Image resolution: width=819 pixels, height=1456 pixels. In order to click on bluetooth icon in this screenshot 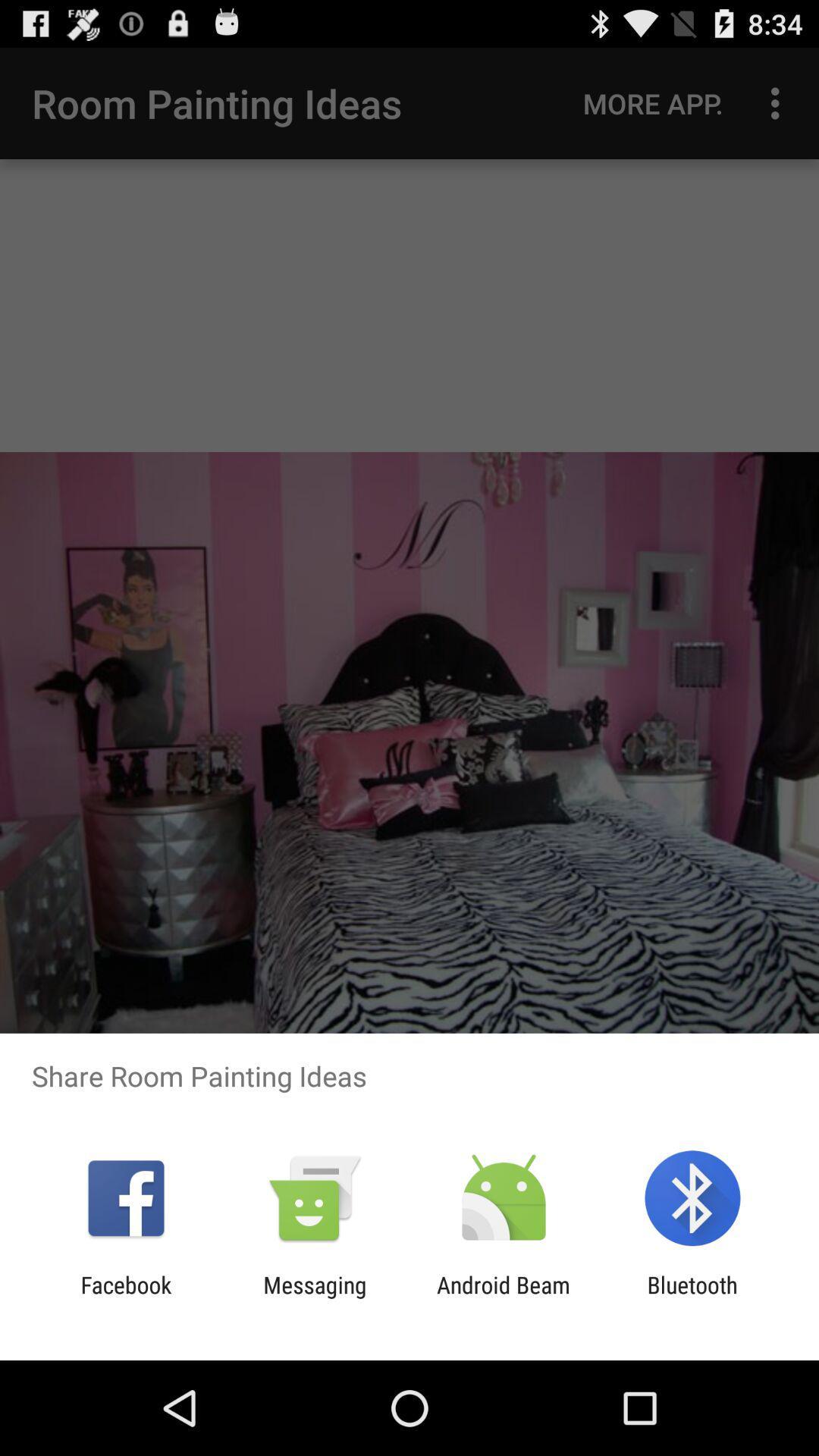, I will do `click(692, 1298)`.